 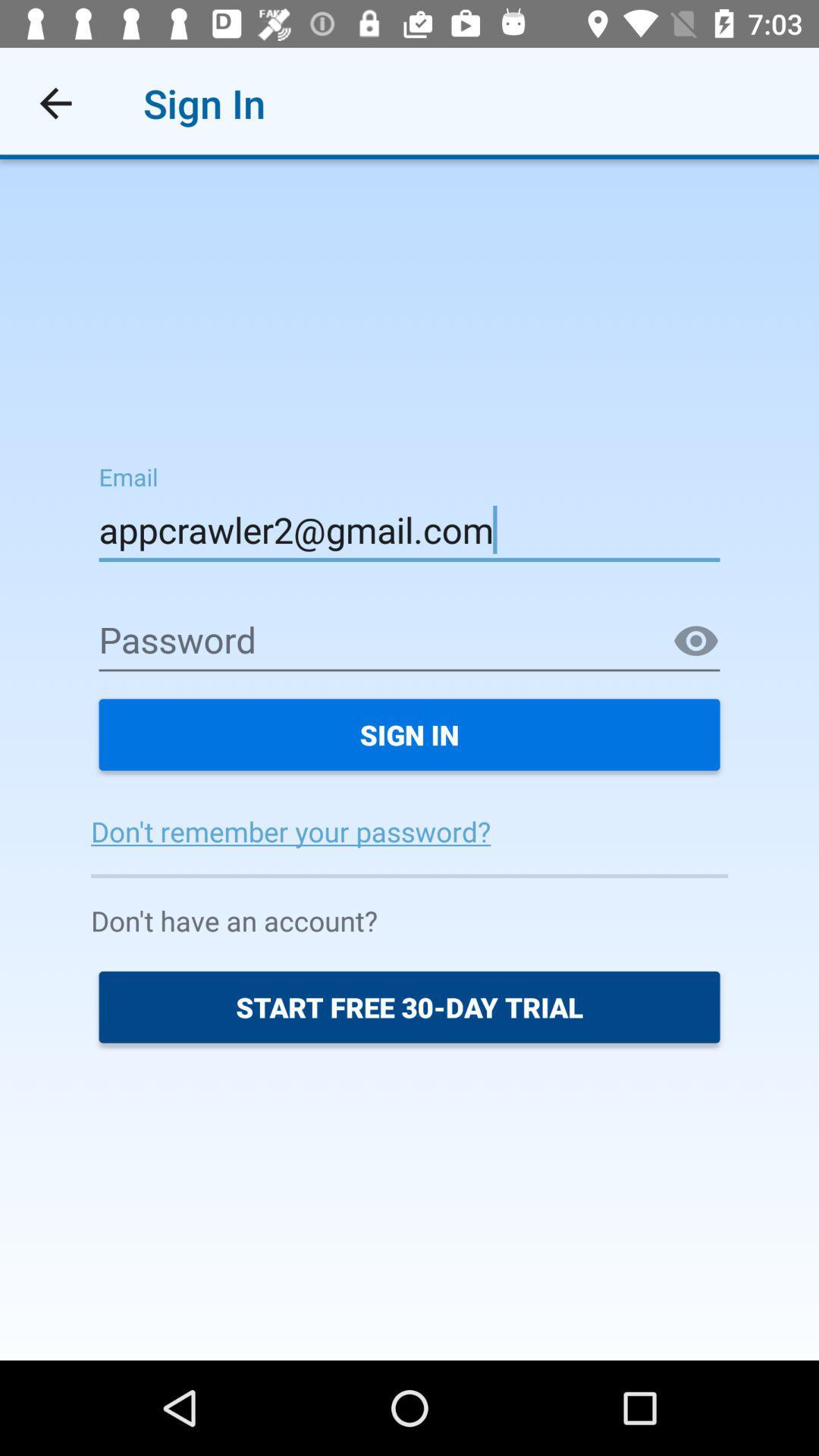 What do you see at coordinates (409, 642) in the screenshot?
I see `password box` at bounding box center [409, 642].